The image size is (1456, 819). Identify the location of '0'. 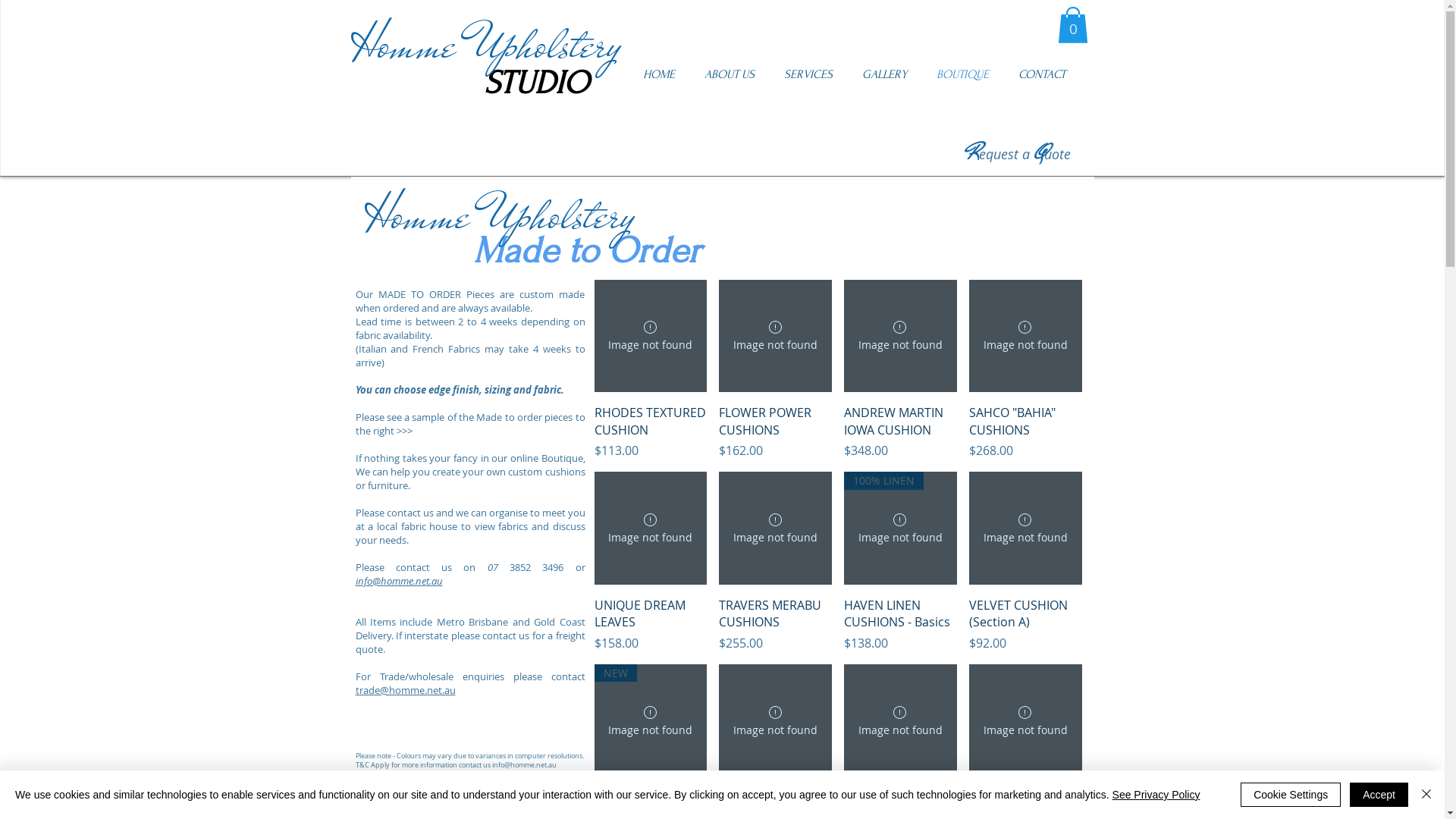
(1072, 25).